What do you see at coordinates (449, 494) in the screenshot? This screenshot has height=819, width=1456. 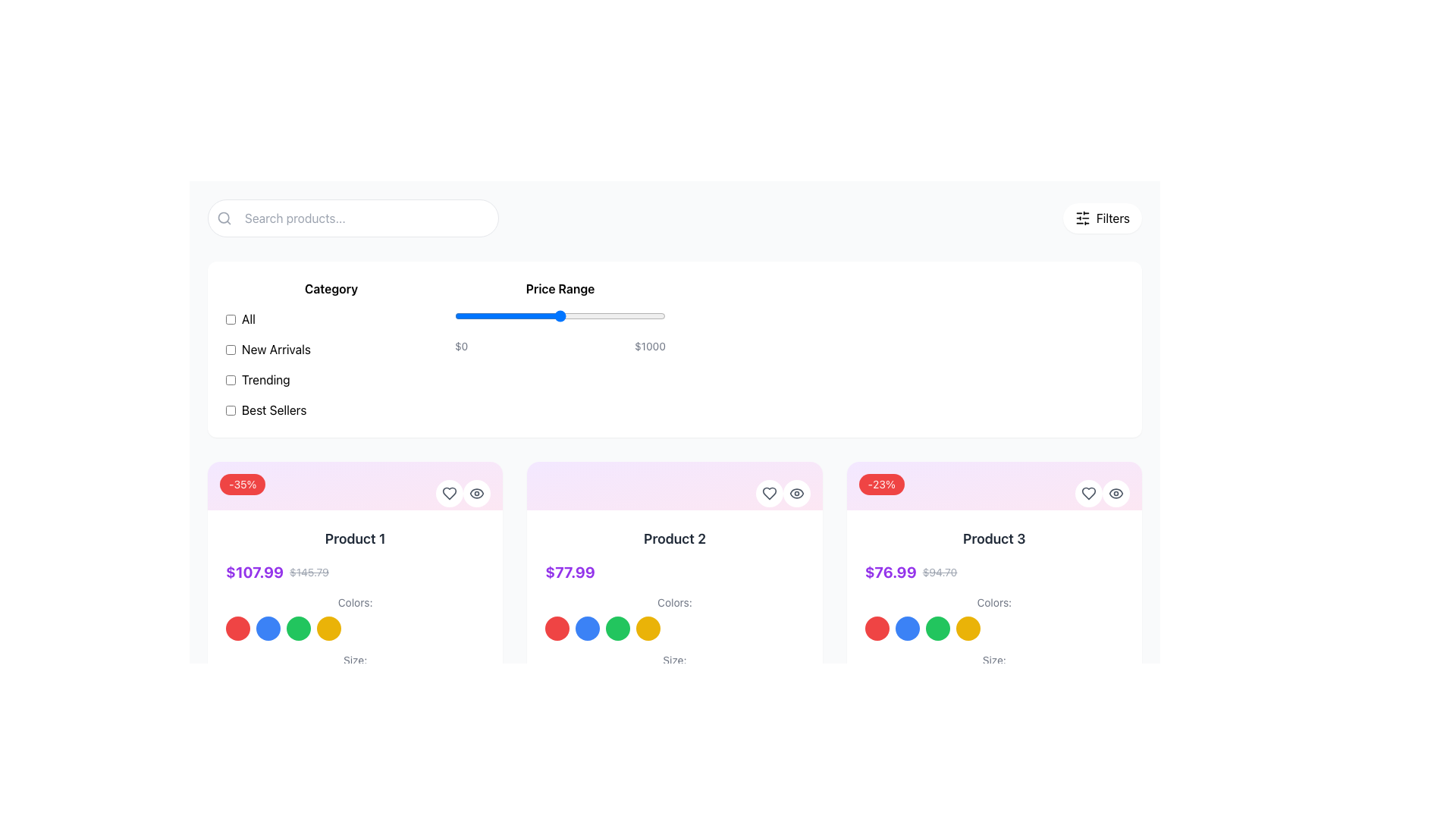 I see `the heart-shaped icon button located in the top right corner of the 'Product 2' card to mark it as a favorite` at bounding box center [449, 494].